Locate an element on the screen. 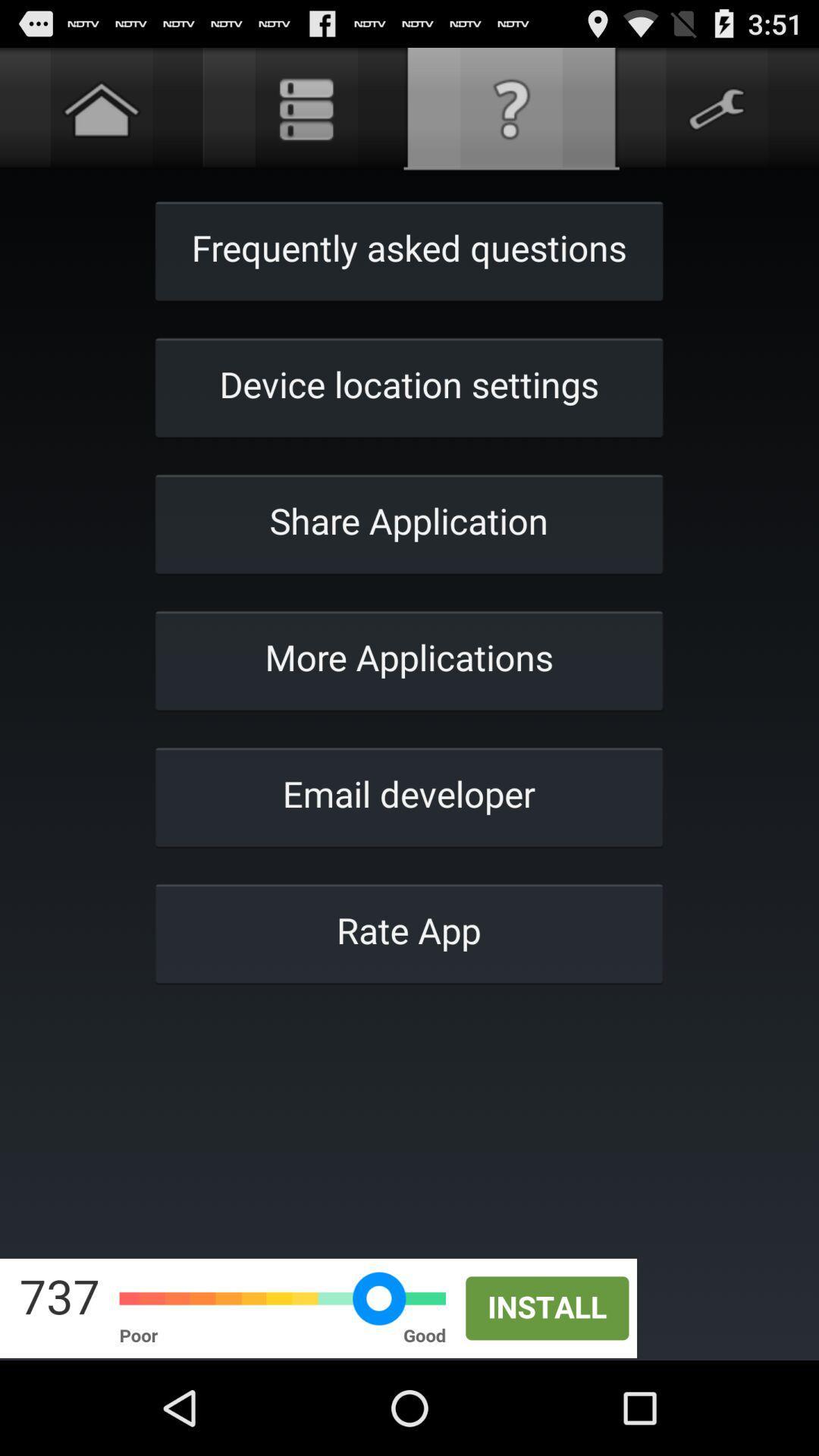  install is located at coordinates (409, 1307).